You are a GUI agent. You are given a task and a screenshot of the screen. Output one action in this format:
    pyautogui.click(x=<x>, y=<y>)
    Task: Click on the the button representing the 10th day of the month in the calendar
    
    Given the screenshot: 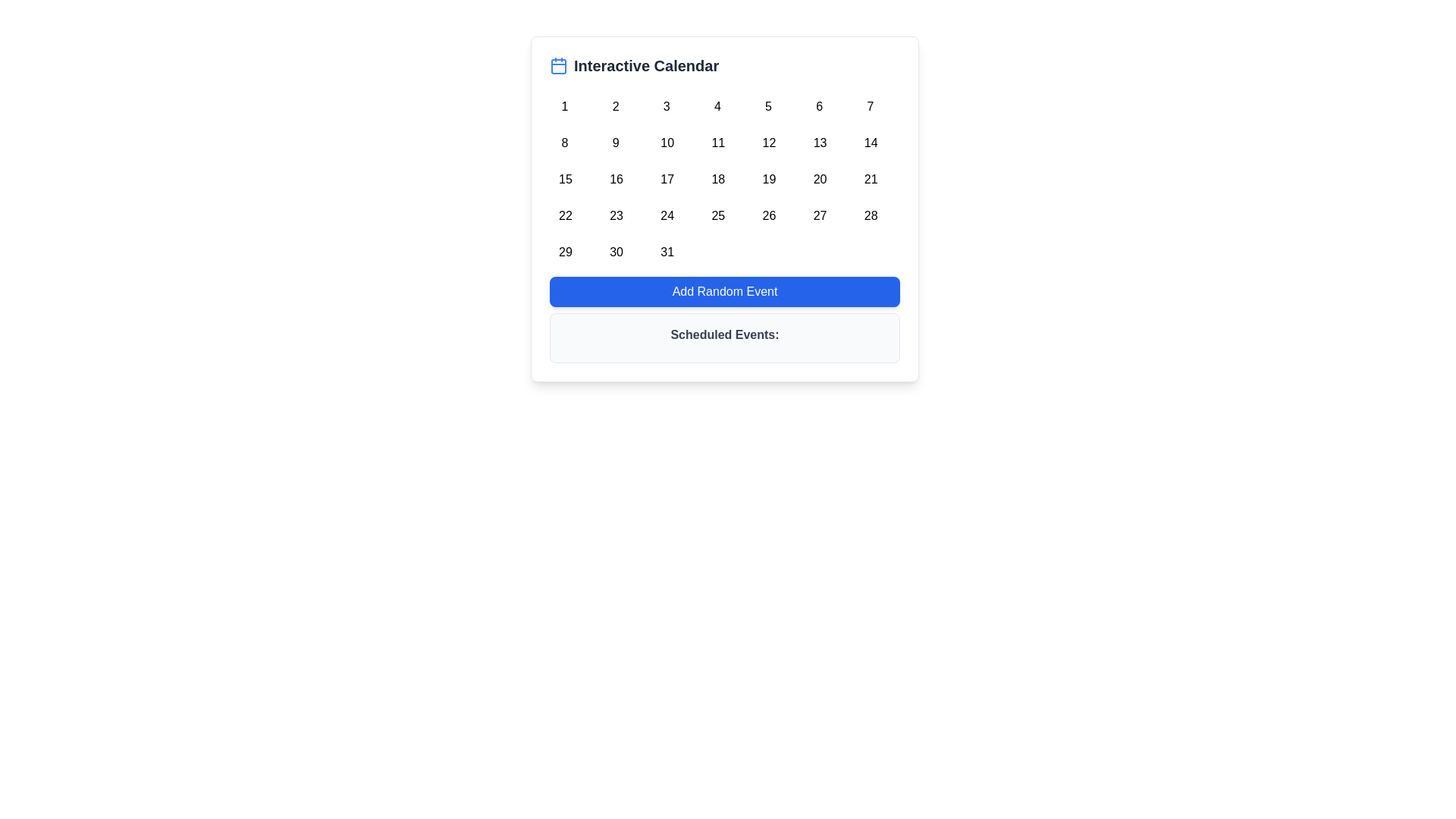 What is the action you would take?
    pyautogui.click(x=667, y=140)
    